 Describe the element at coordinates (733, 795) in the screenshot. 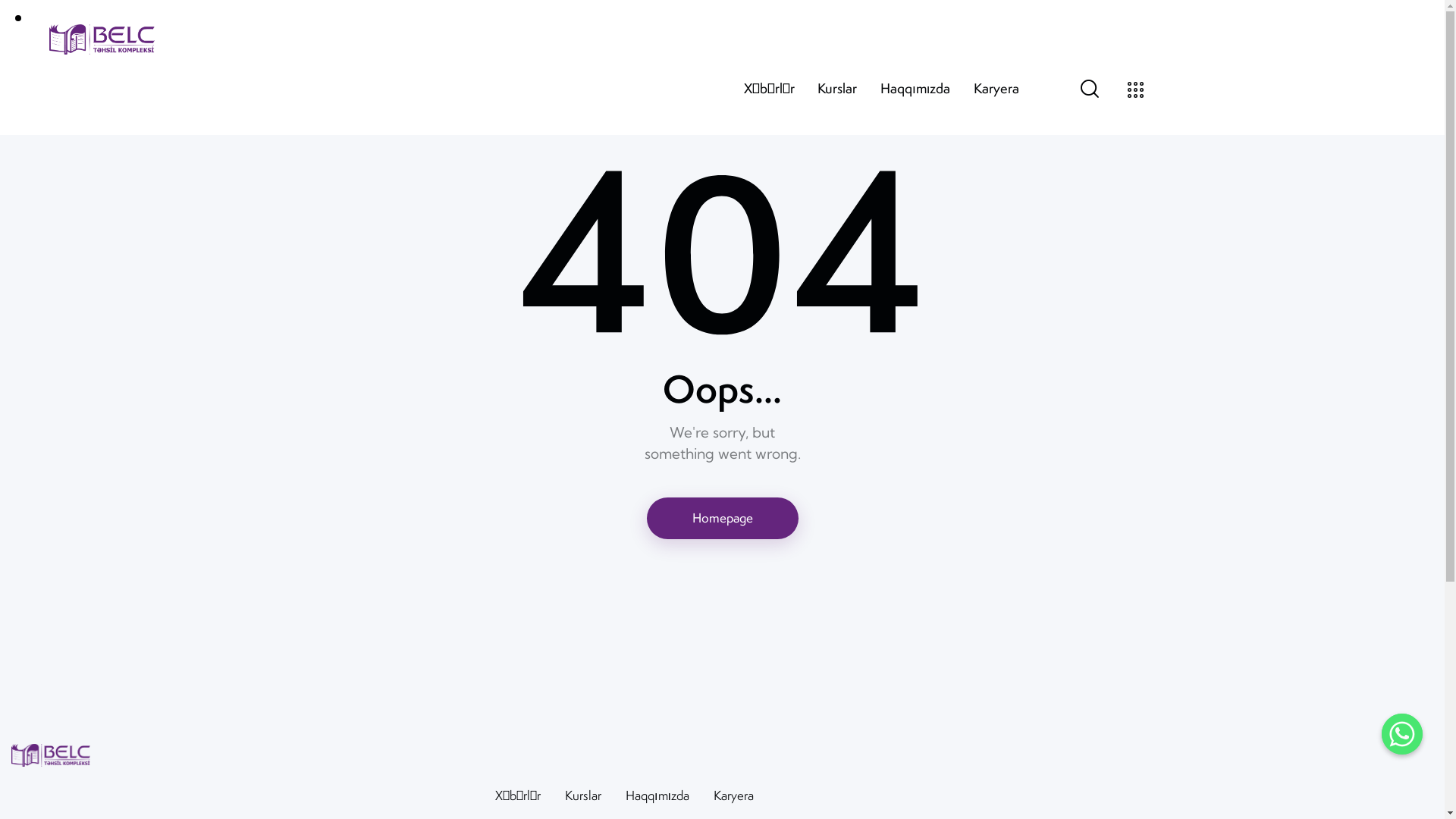

I see `'Karyera'` at that location.